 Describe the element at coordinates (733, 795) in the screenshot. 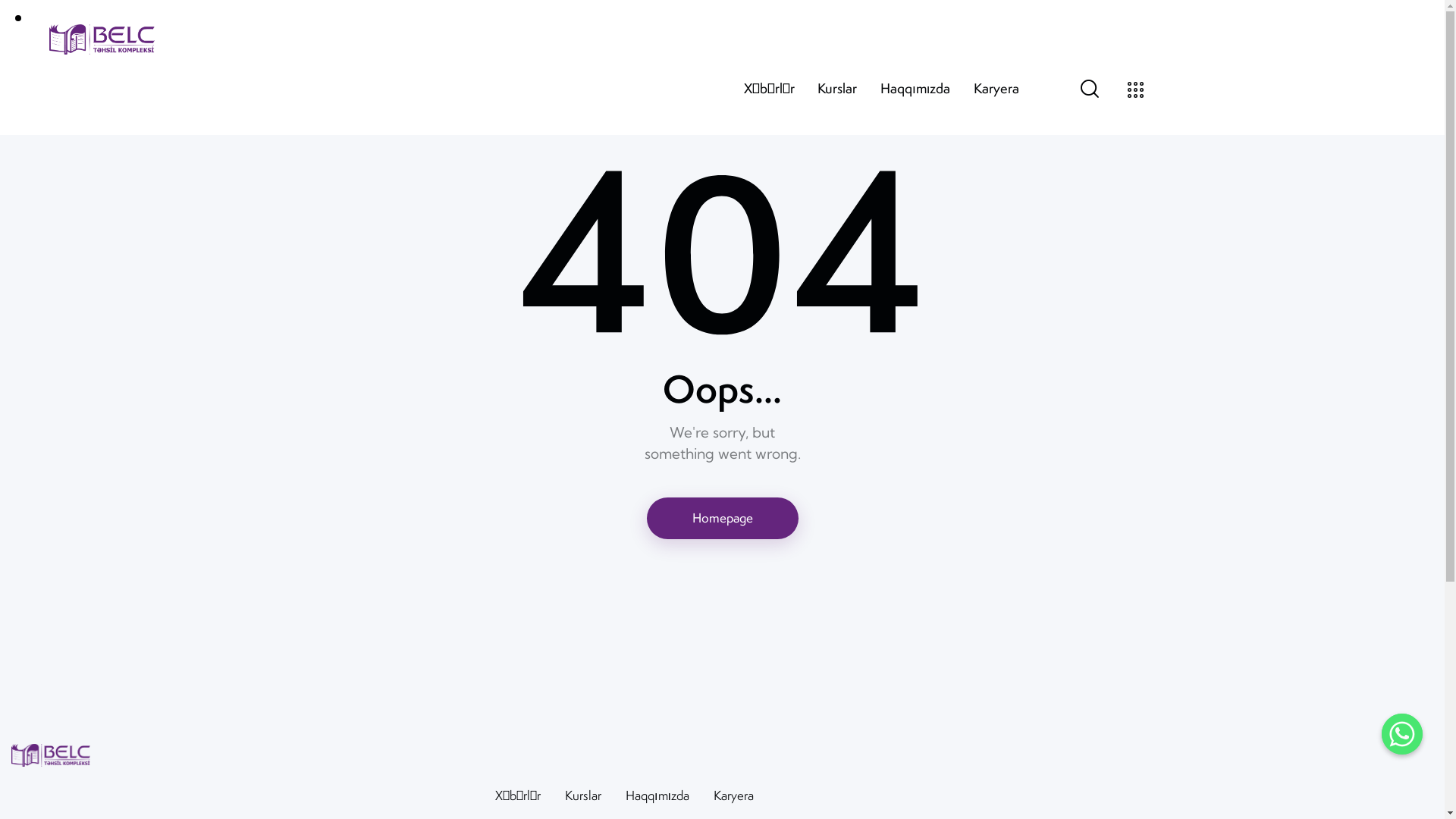

I see `'Karyera'` at that location.